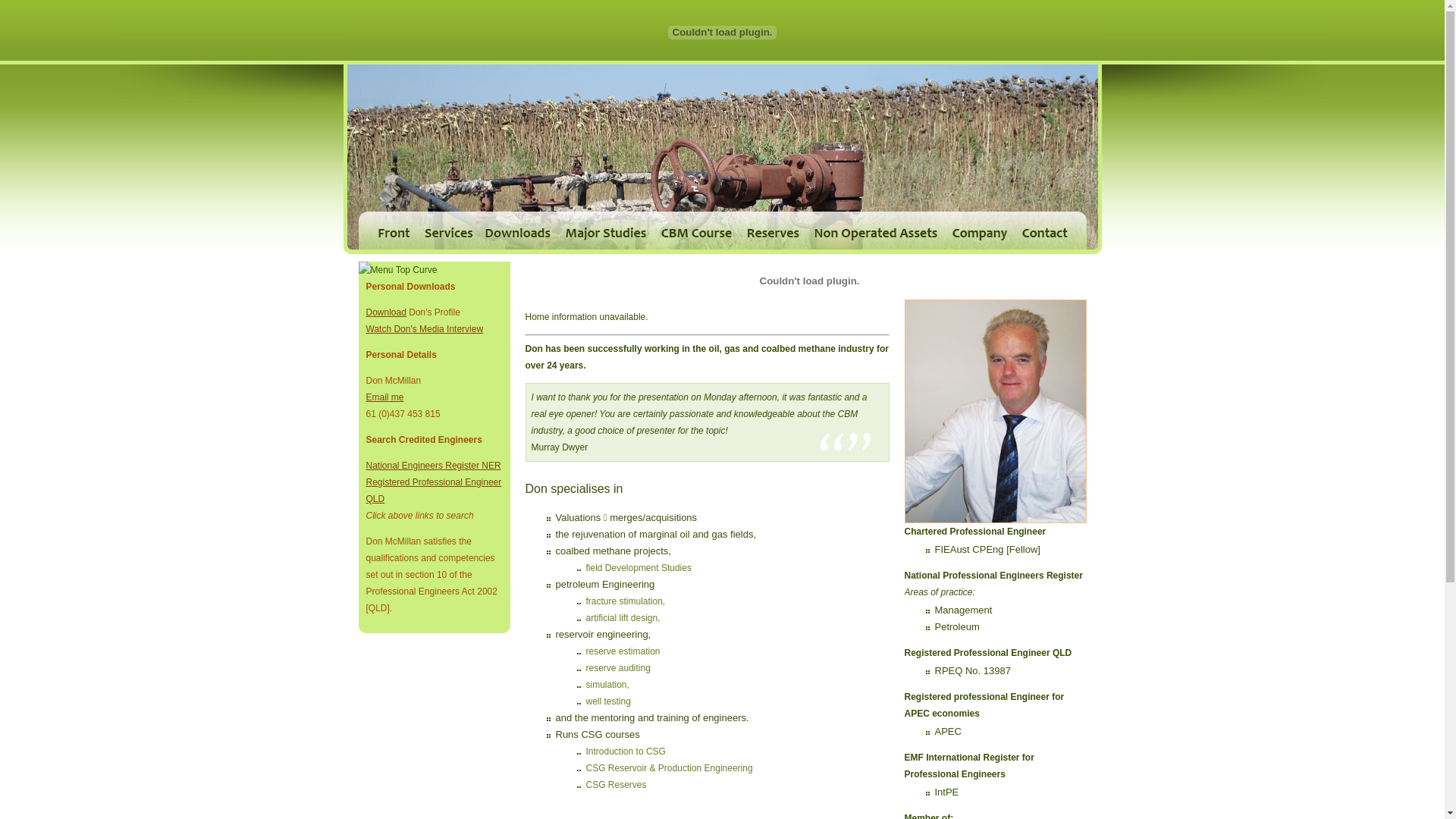 The image size is (1456, 819). I want to click on 'downloads', so click(517, 231).